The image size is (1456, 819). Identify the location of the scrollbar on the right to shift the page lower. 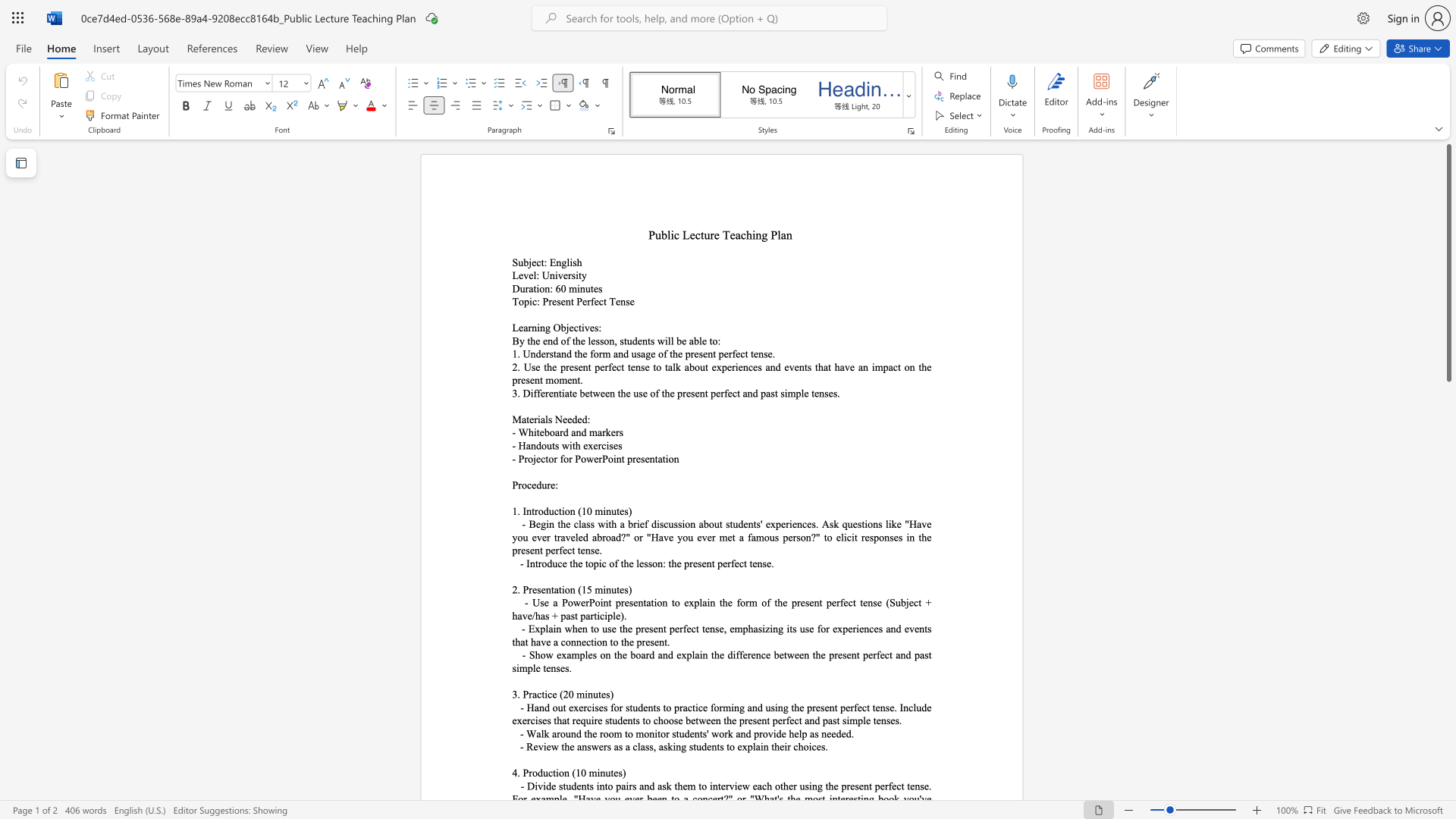
(1448, 637).